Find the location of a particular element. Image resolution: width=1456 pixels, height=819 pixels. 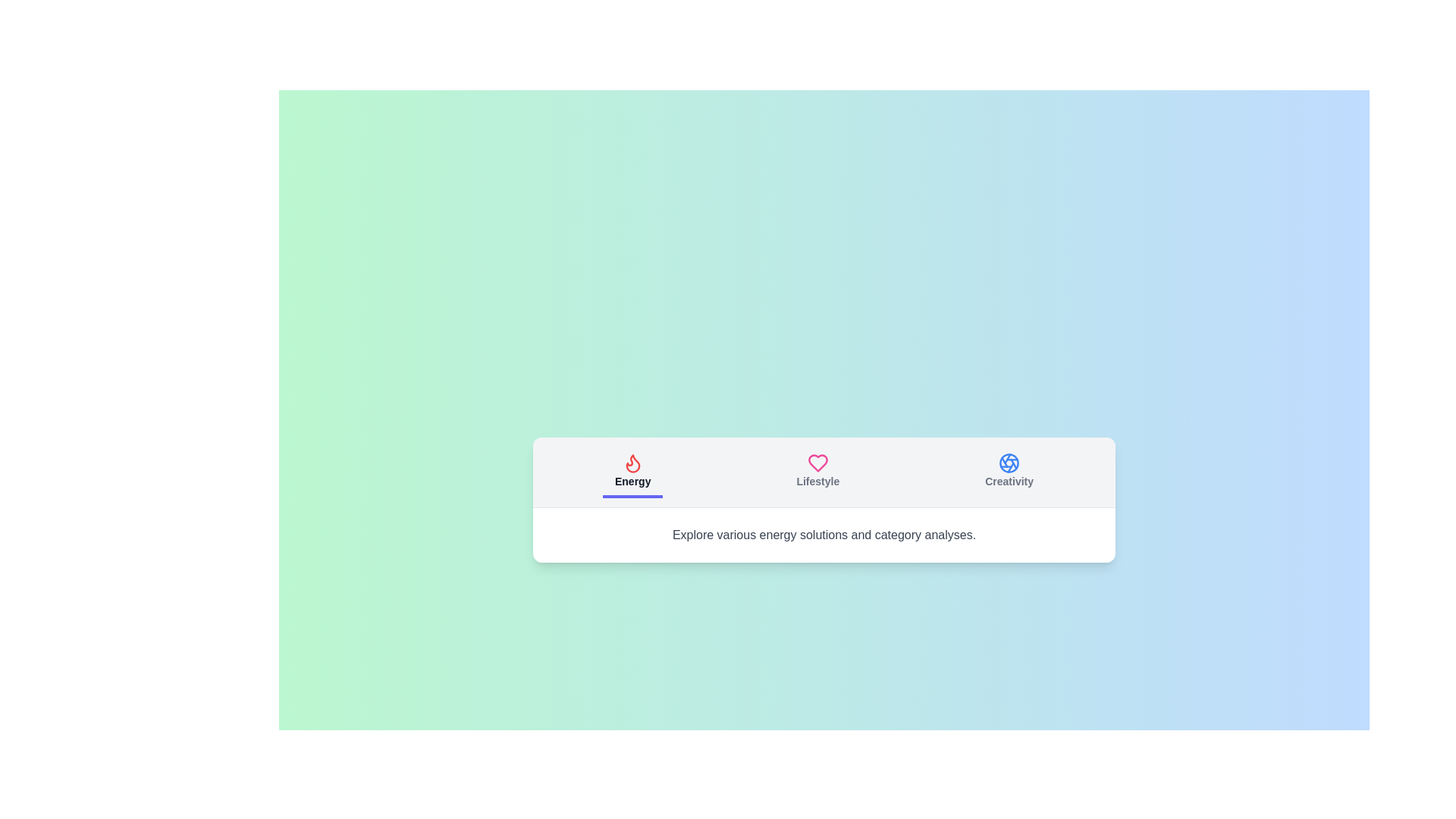

the tab labeled Energy is located at coordinates (632, 471).